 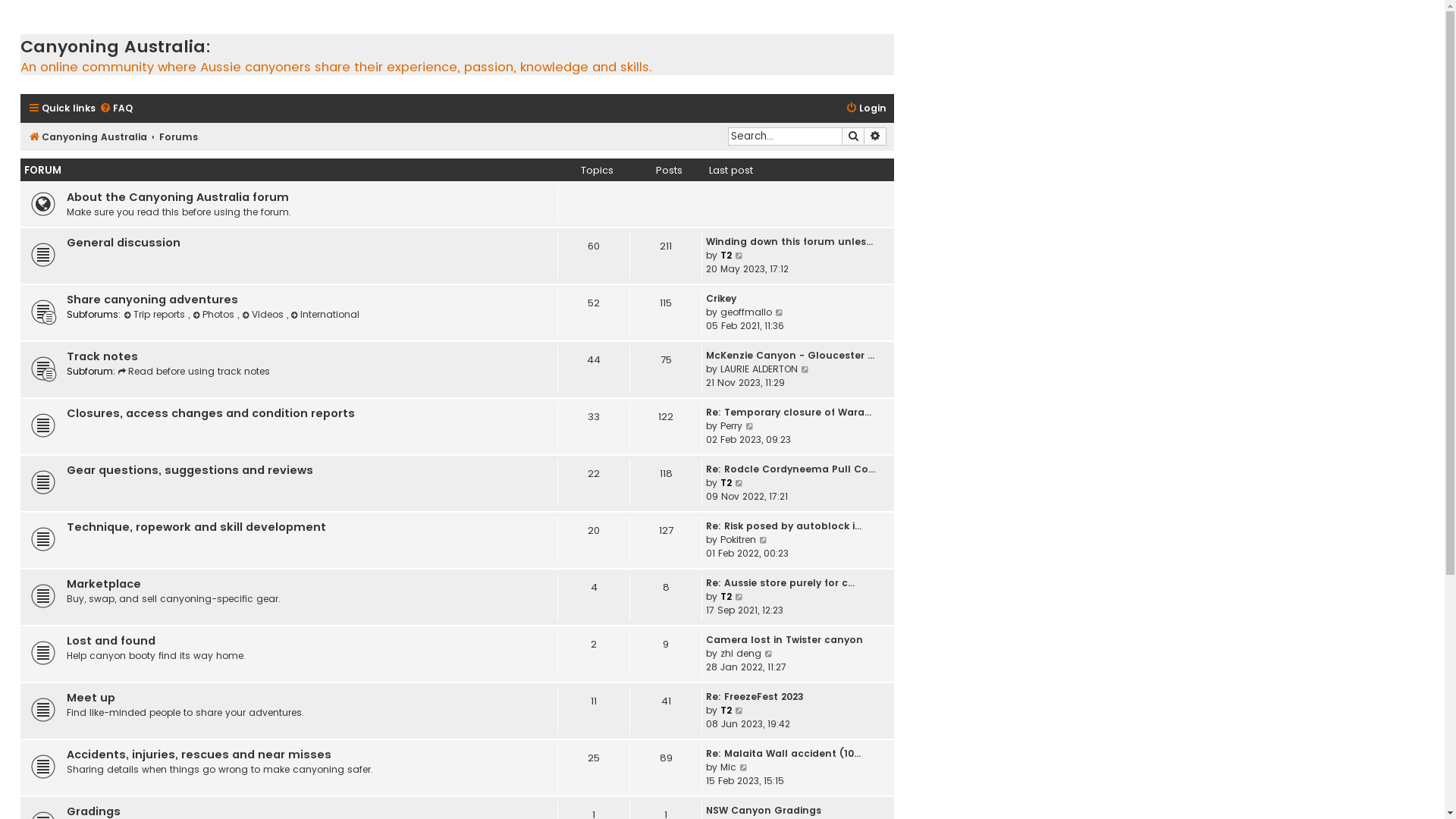 What do you see at coordinates (745, 312) in the screenshot?
I see `'geoffmallo'` at bounding box center [745, 312].